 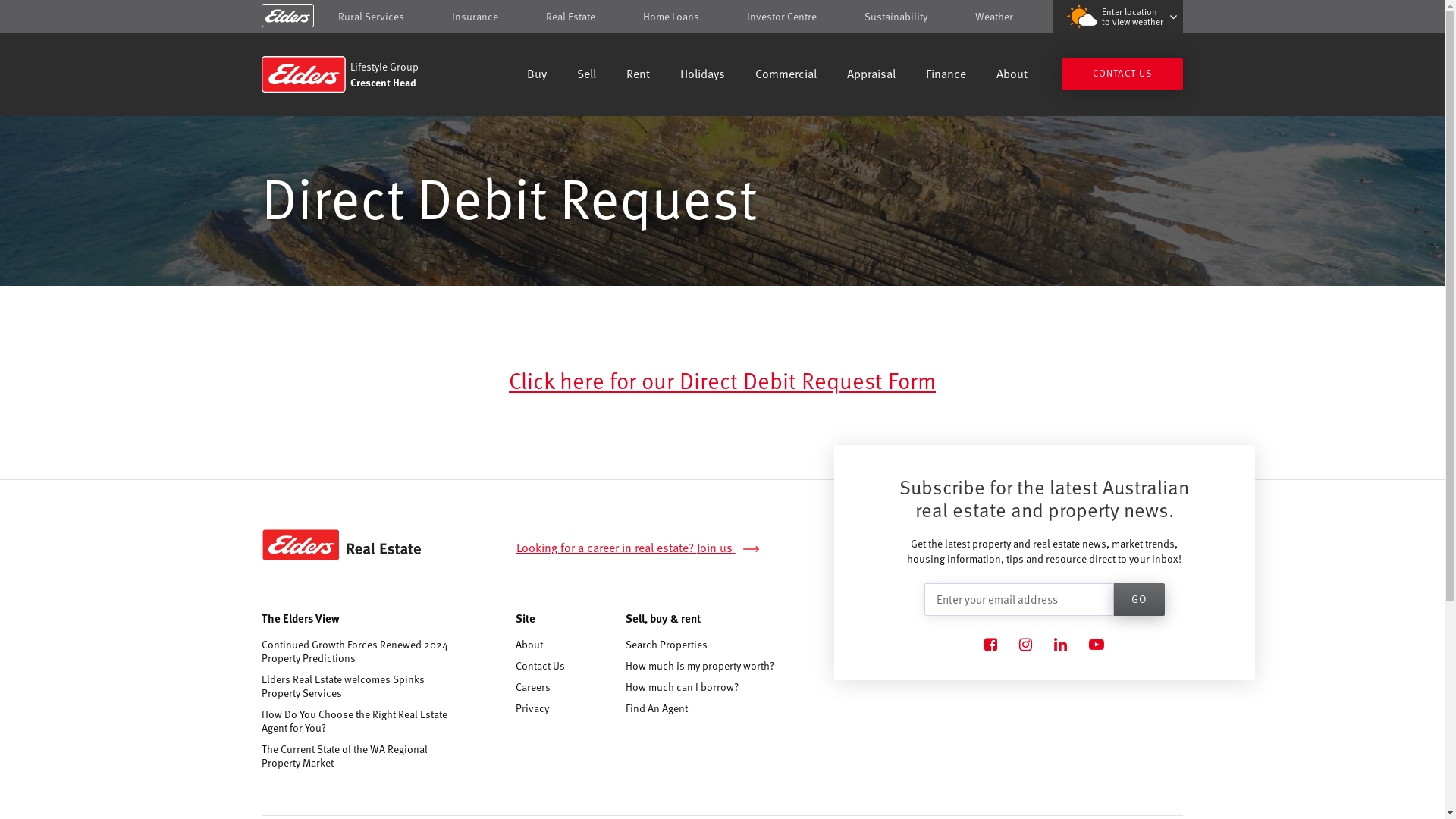 What do you see at coordinates (1139, 598) in the screenshot?
I see `'Go'` at bounding box center [1139, 598].